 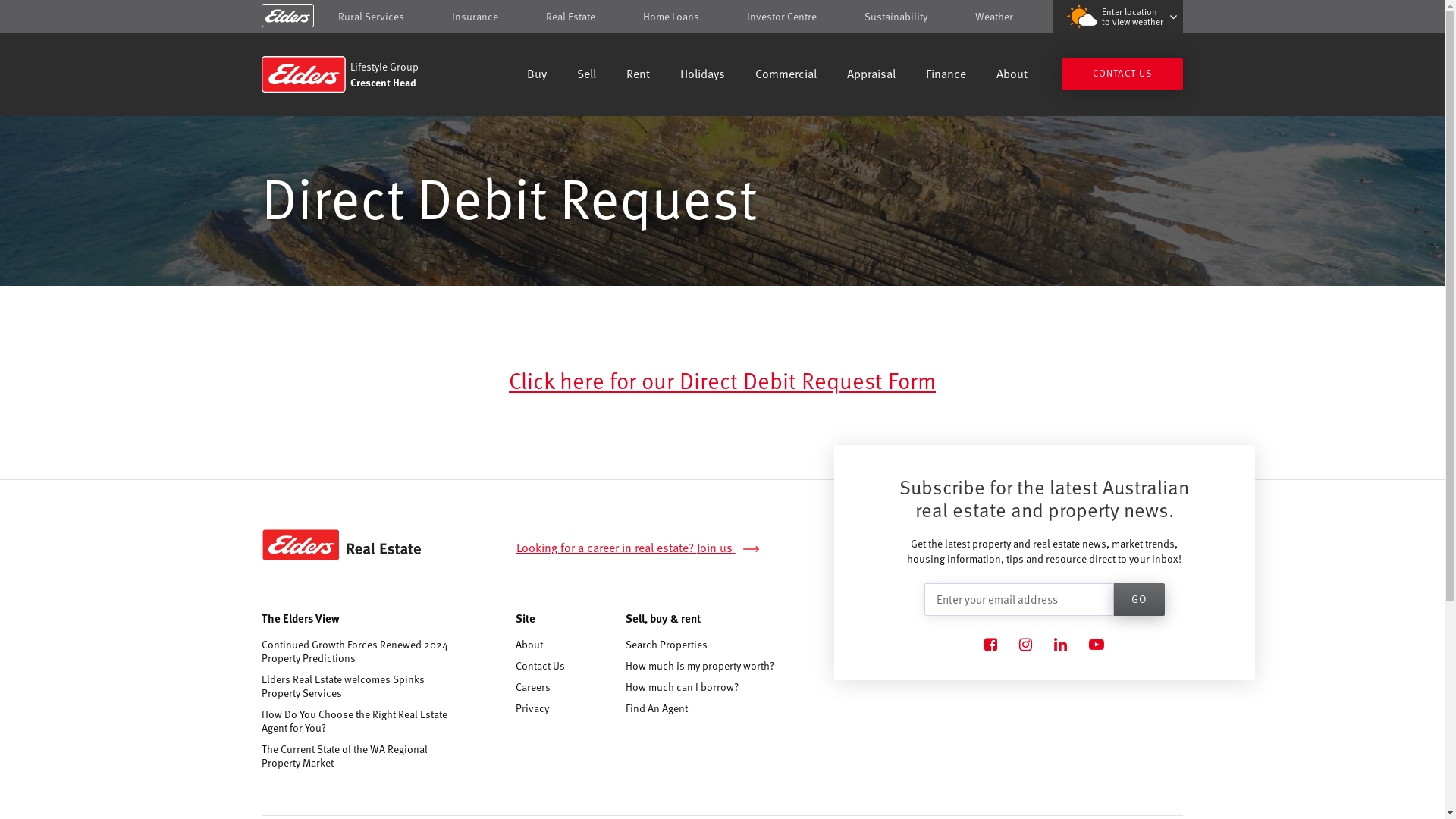 What do you see at coordinates (1139, 598) in the screenshot?
I see `'Go'` at bounding box center [1139, 598].